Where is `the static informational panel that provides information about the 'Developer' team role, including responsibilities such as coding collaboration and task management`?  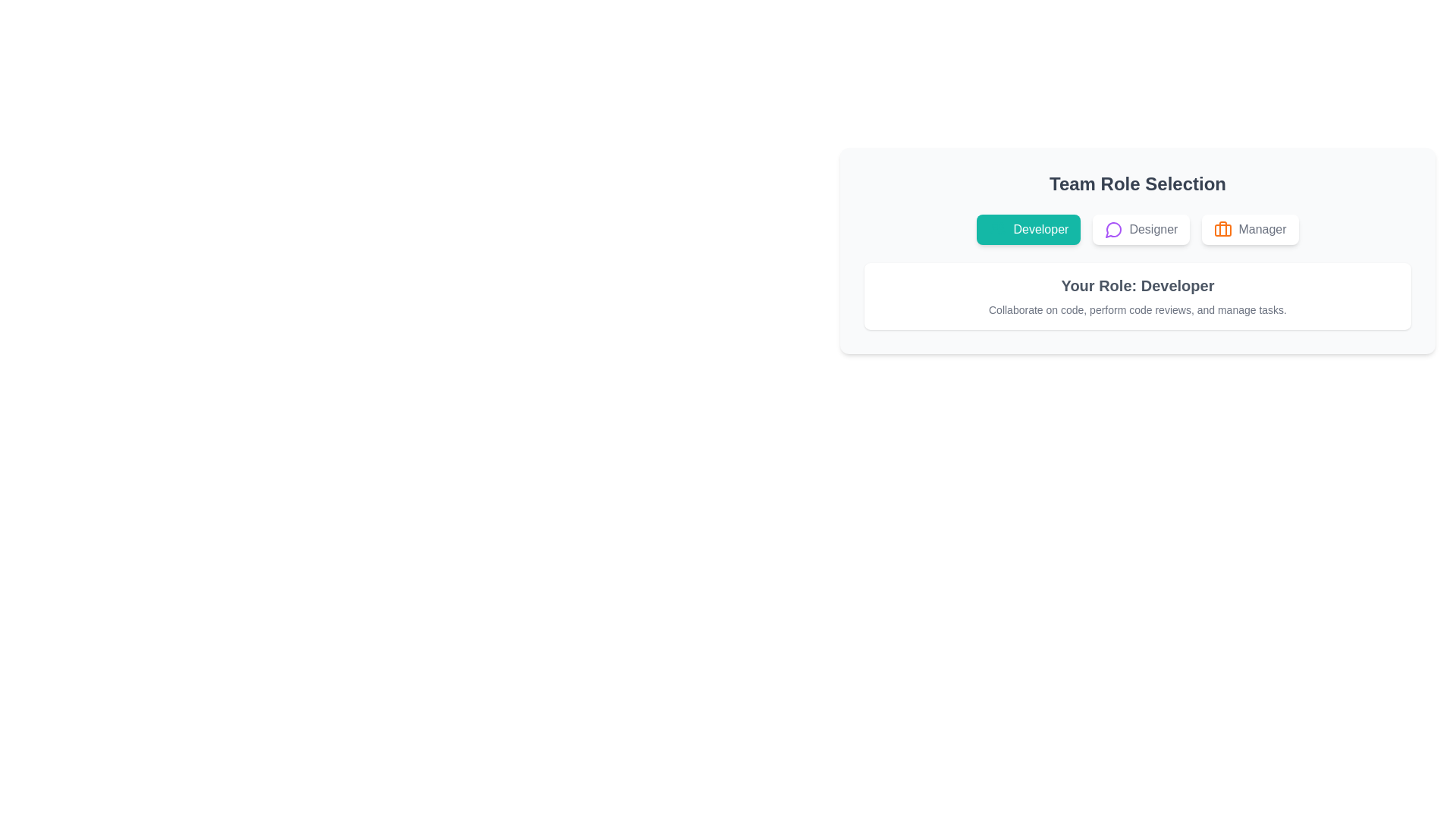
the static informational panel that provides information about the 'Developer' team role, including responsibilities such as coding collaboration and task management is located at coordinates (1137, 296).